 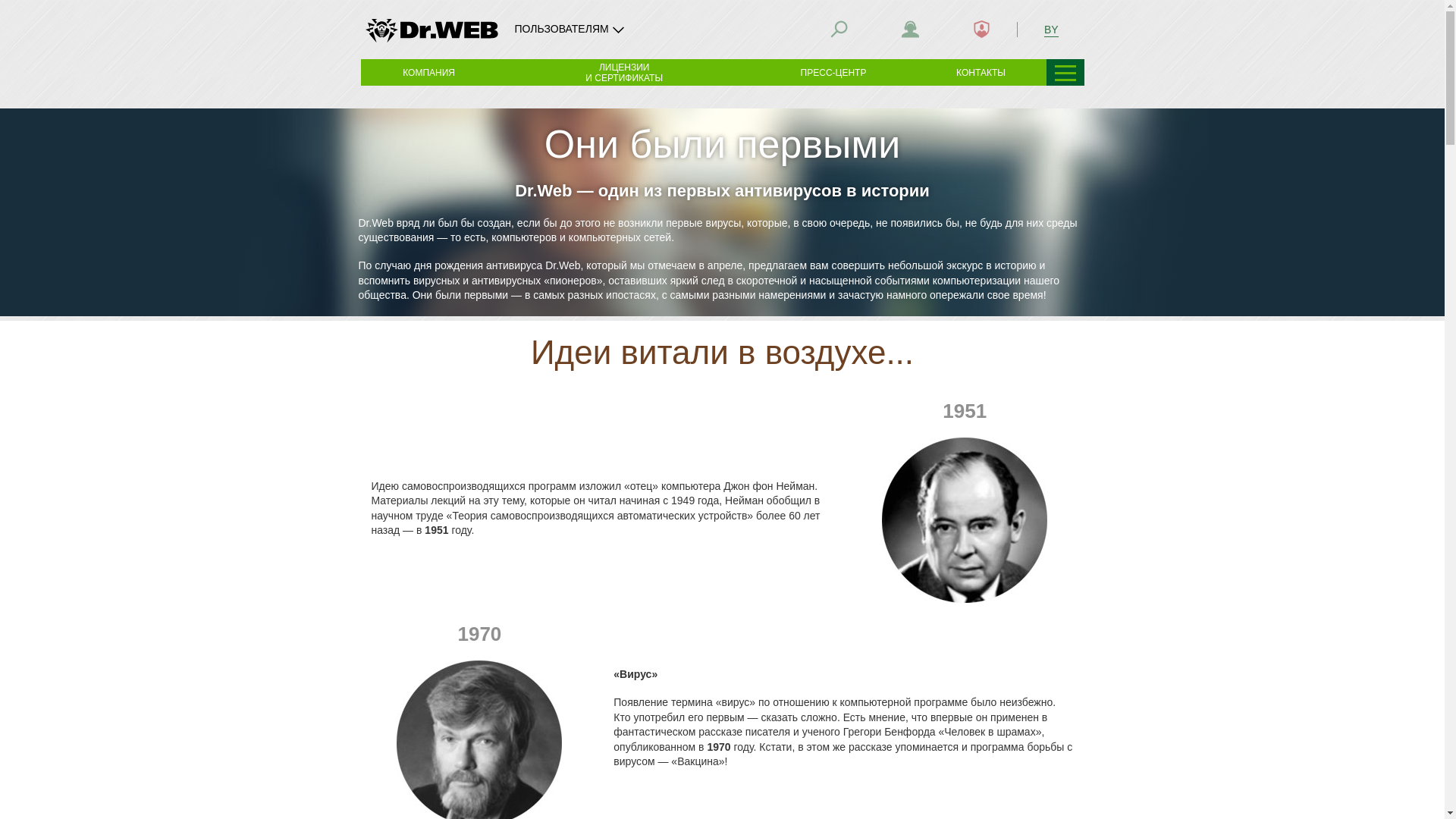 I want to click on 'BY', so click(x=1050, y=29).